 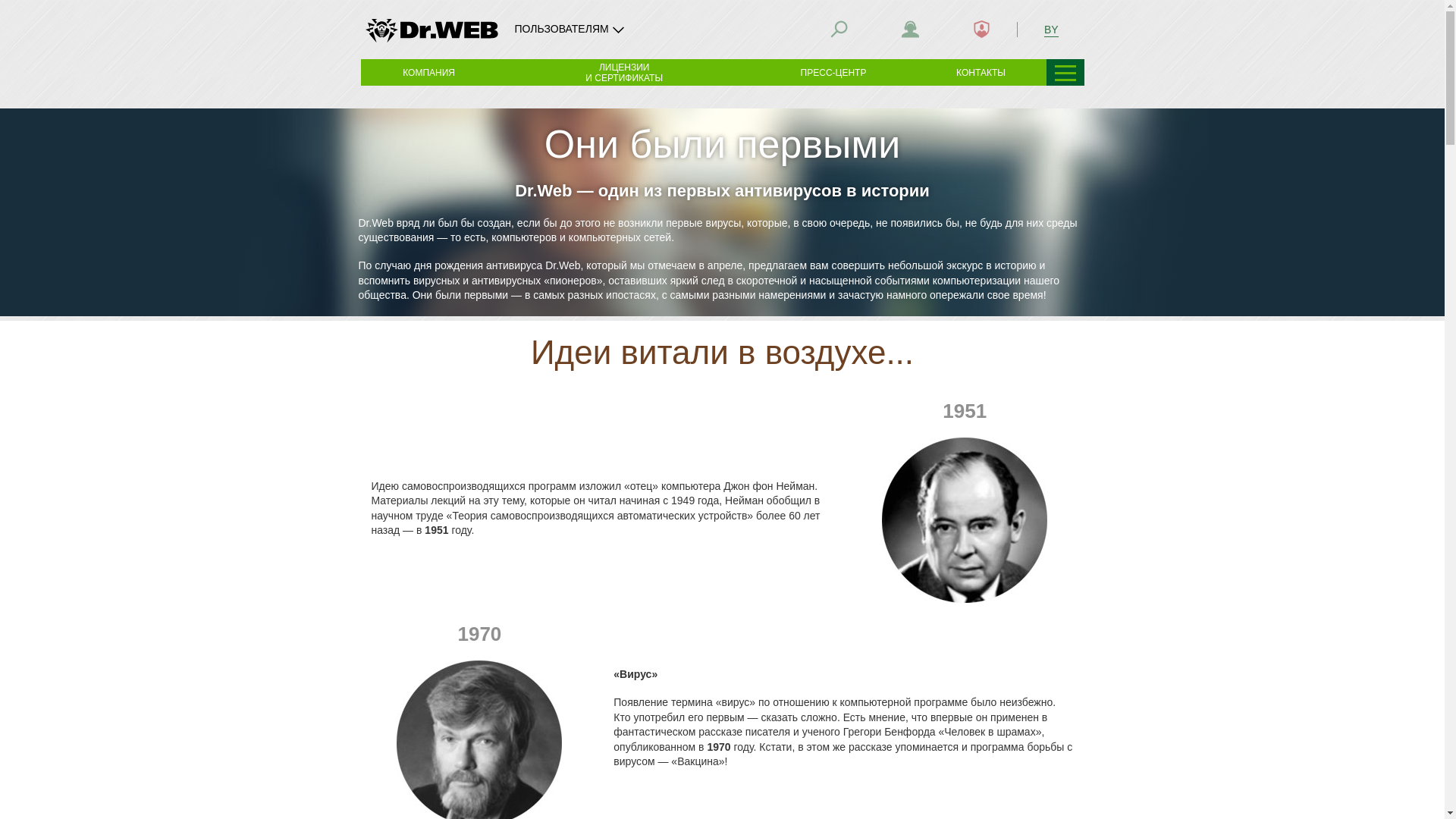 I want to click on 'BY', so click(x=1050, y=29).